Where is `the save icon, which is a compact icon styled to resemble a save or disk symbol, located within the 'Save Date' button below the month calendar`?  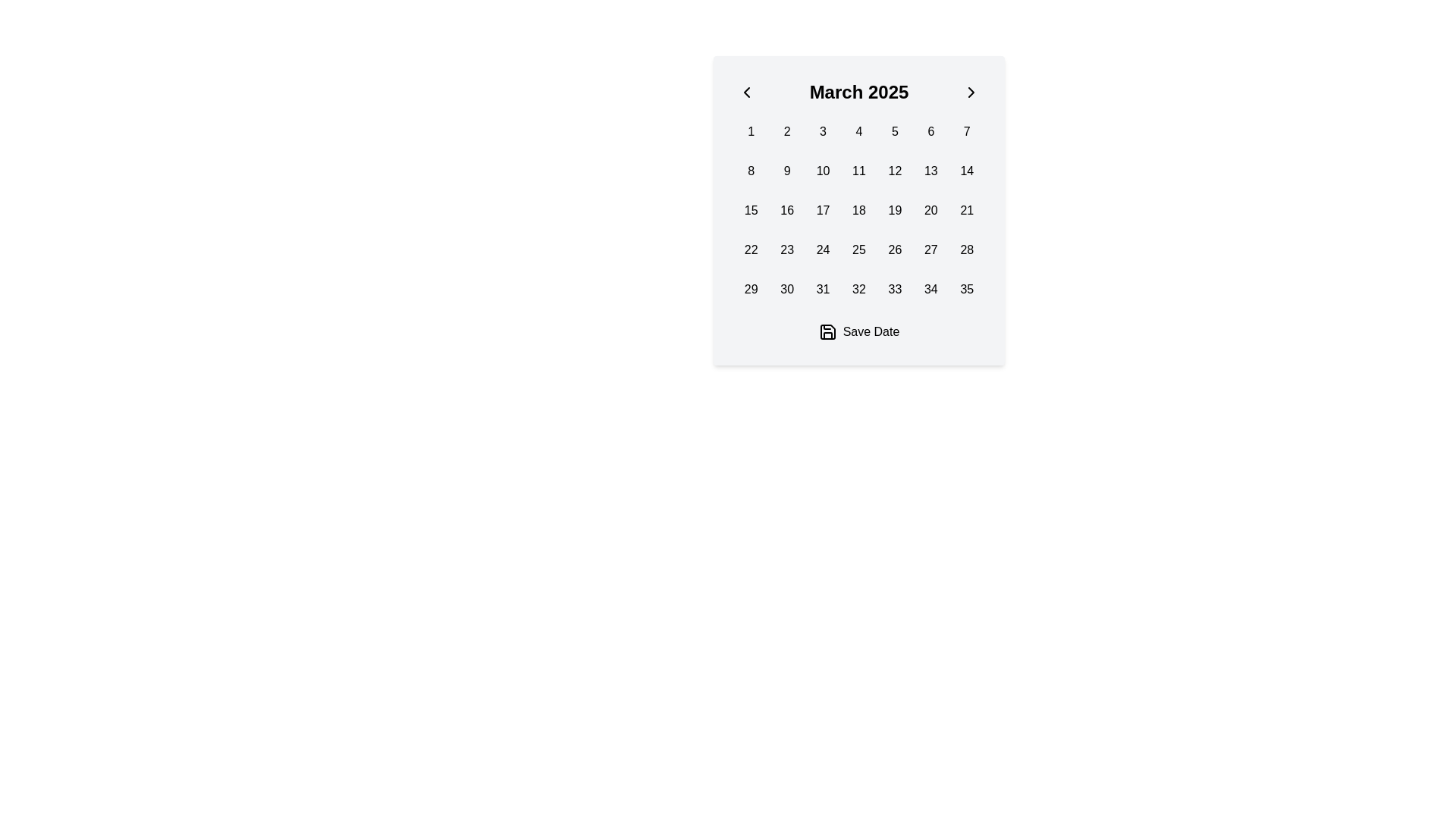 the save icon, which is a compact icon styled to resemble a save or disk symbol, located within the 'Save Date' button below the month calendar is located at coordinates (827, 331).